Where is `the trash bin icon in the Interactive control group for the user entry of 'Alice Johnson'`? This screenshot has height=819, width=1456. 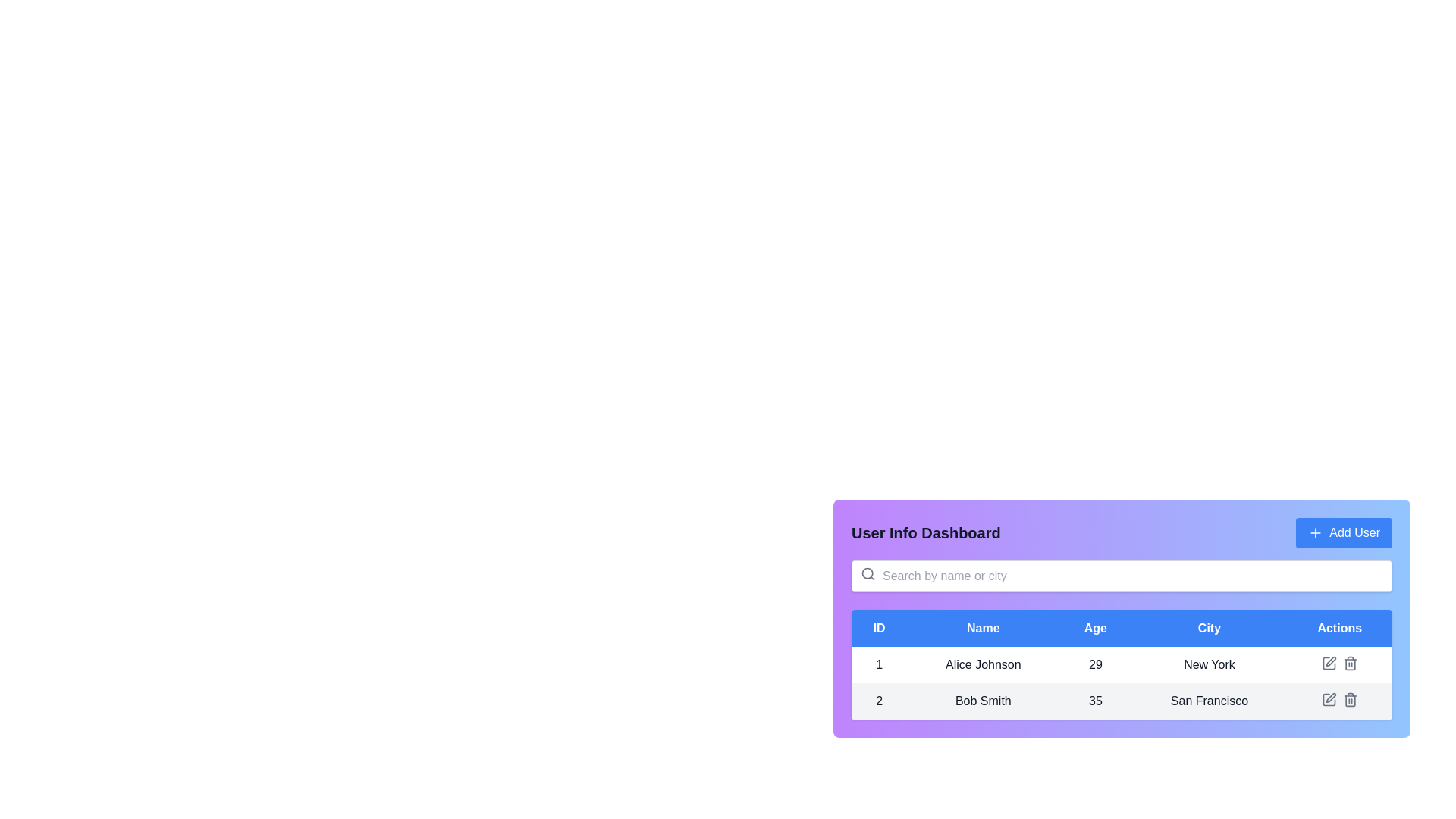 the trash bin icon in the Interactive control group for the user entry of 'Alice Johnson' is located at coordinates (1339, 663).